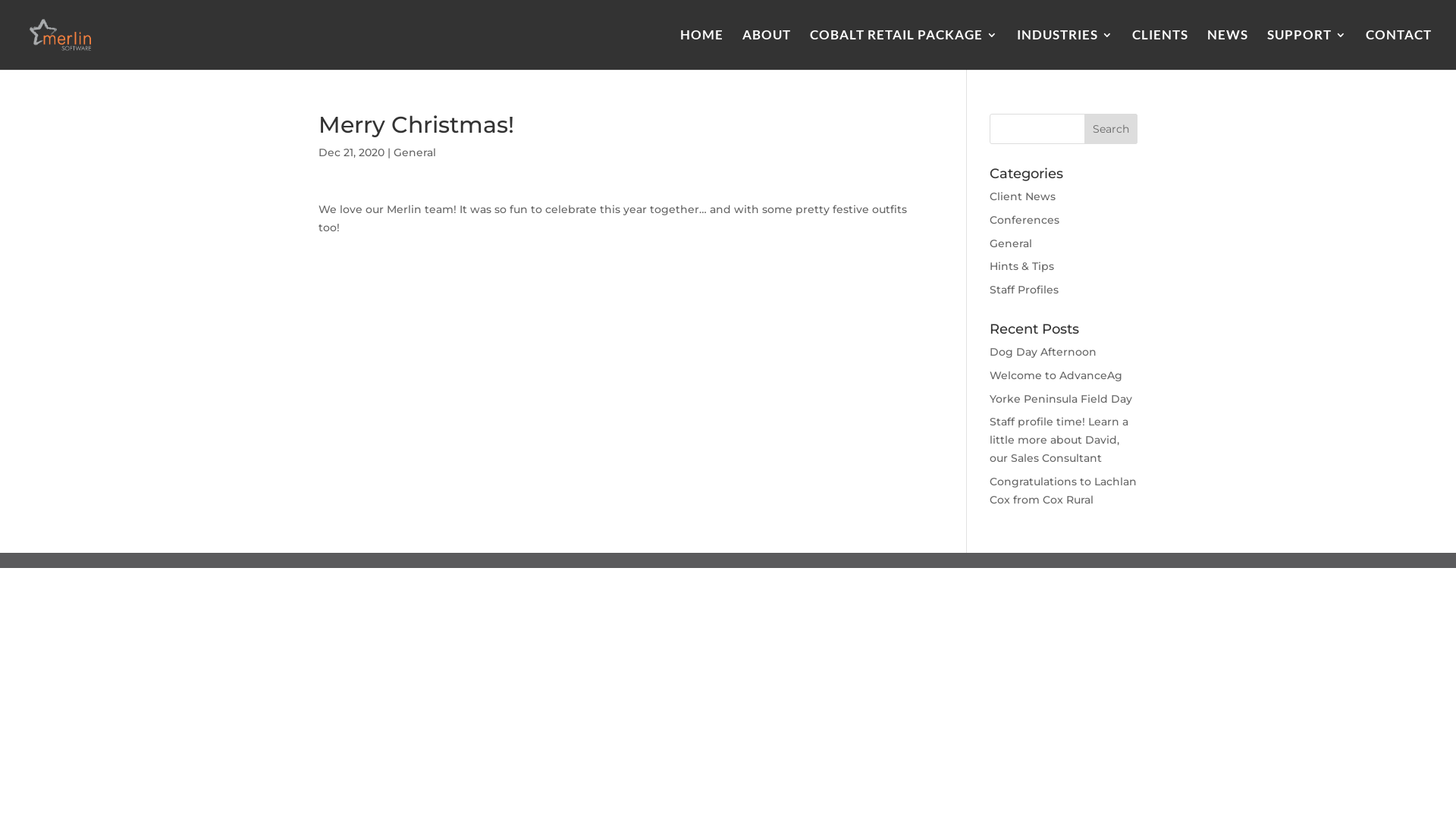  What do you see at coordinates (742, 49) in the screenshot?
I see `'ABOUT'` at bounding box center [742, 49].